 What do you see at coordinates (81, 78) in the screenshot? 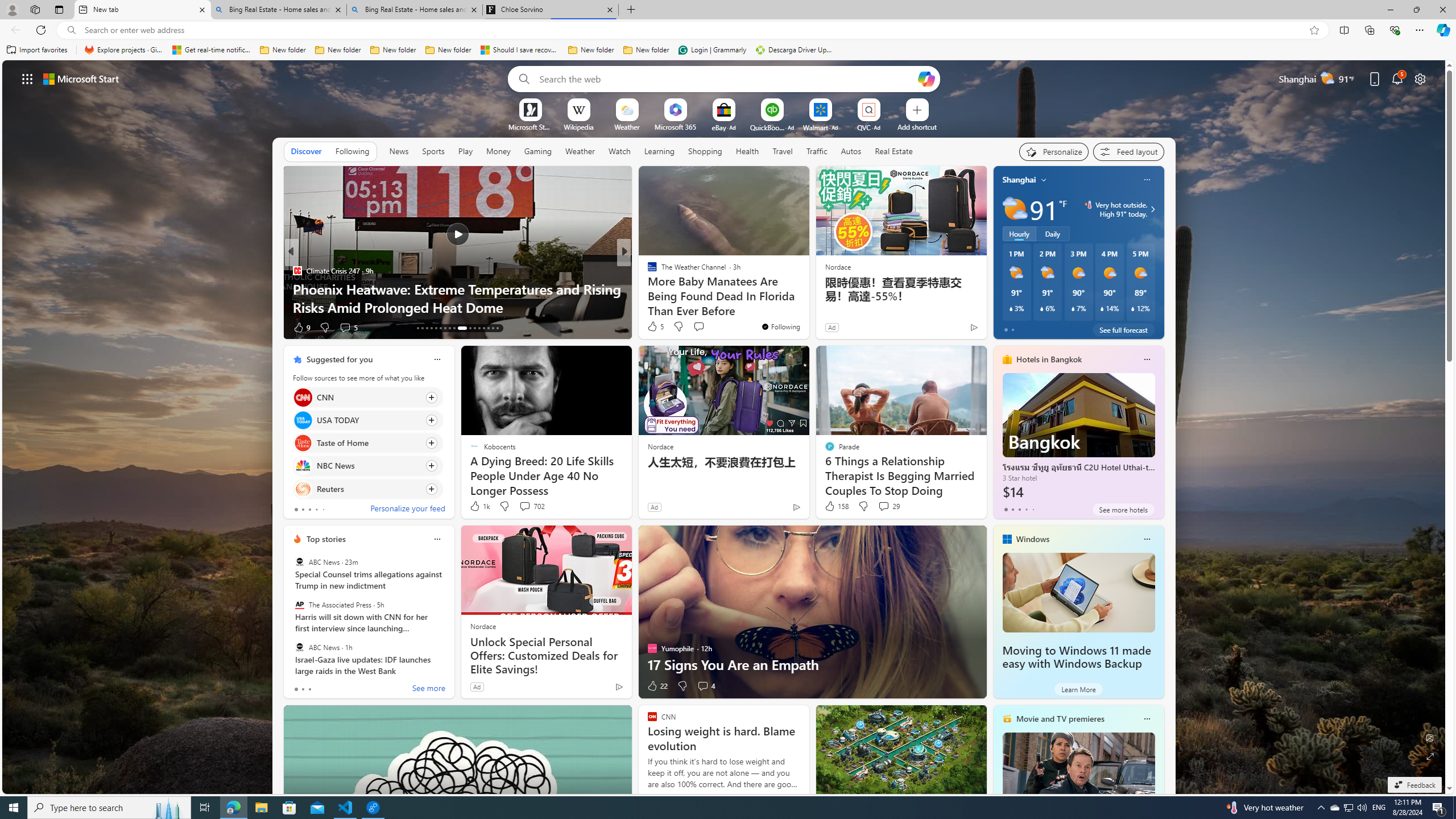
I see `'Microsoft start'` at bounding box center [81, 78].